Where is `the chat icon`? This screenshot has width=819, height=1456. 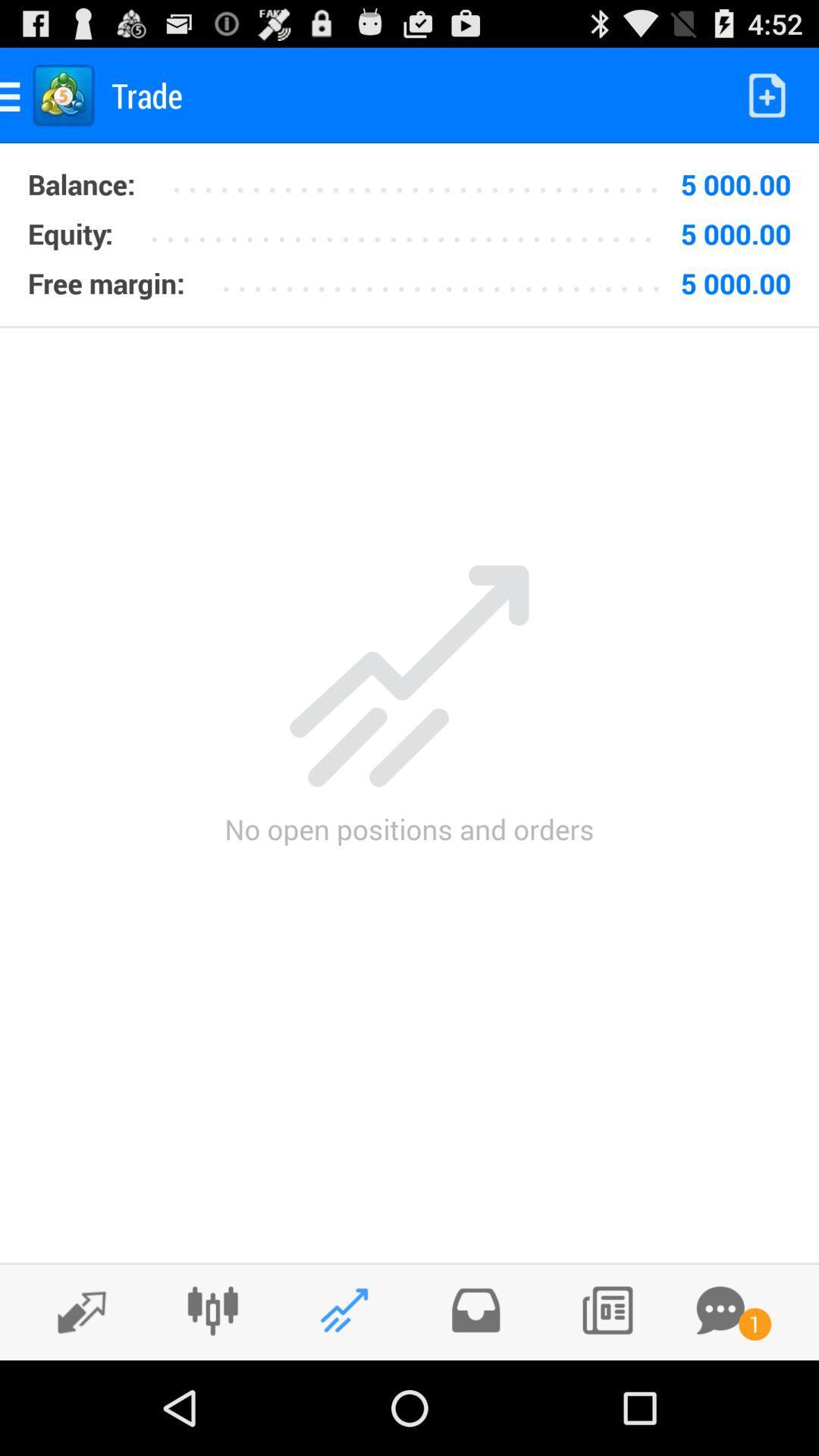
the chat icon is located at coordinates (720, 1401).